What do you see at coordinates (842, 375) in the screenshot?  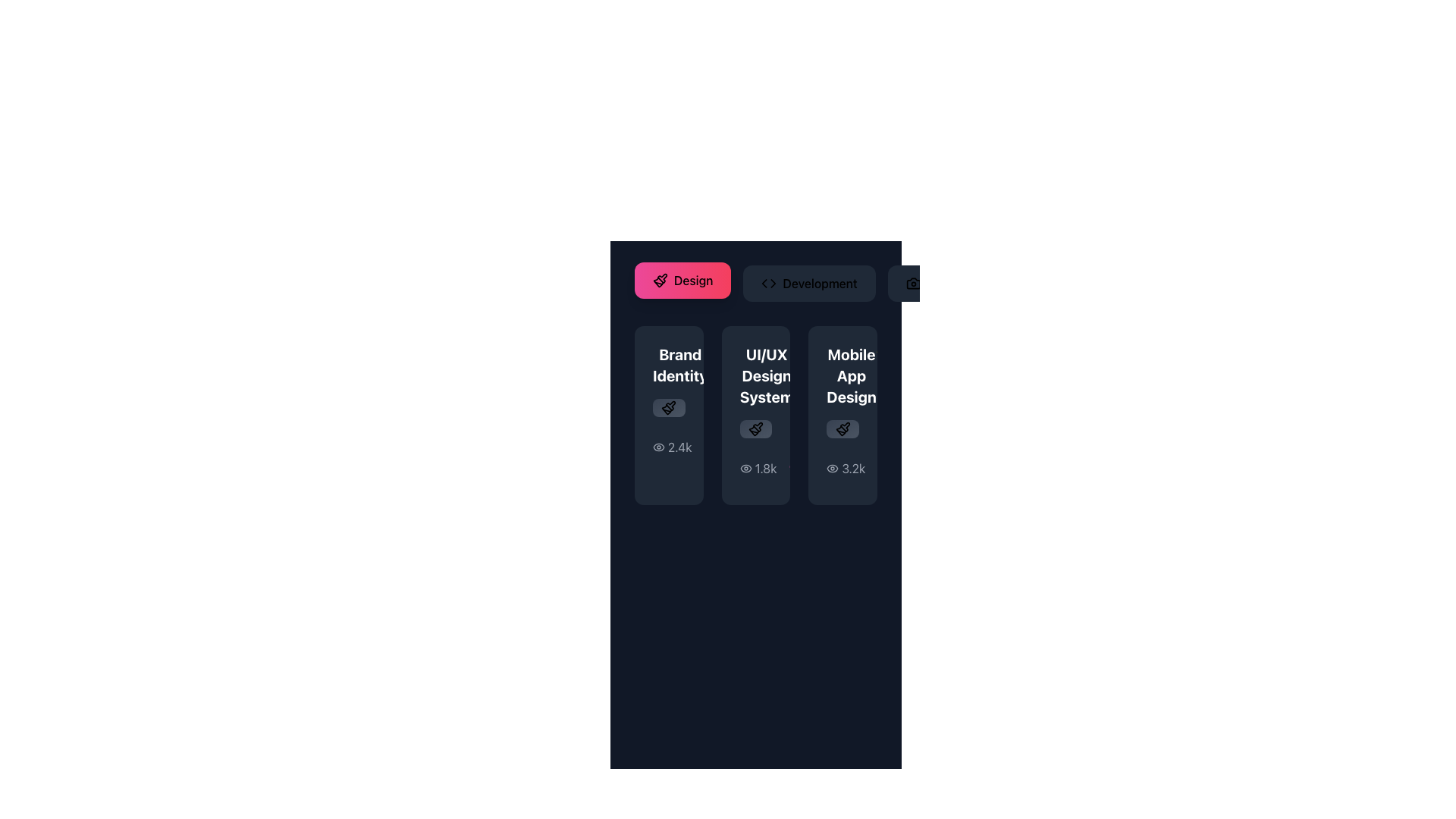 I see `the Visual Data Display that shows the title 'Mobile App Design' and its rating value, located in the third column of the card layout under the 'Design' category` at bounding box center [842, 375].